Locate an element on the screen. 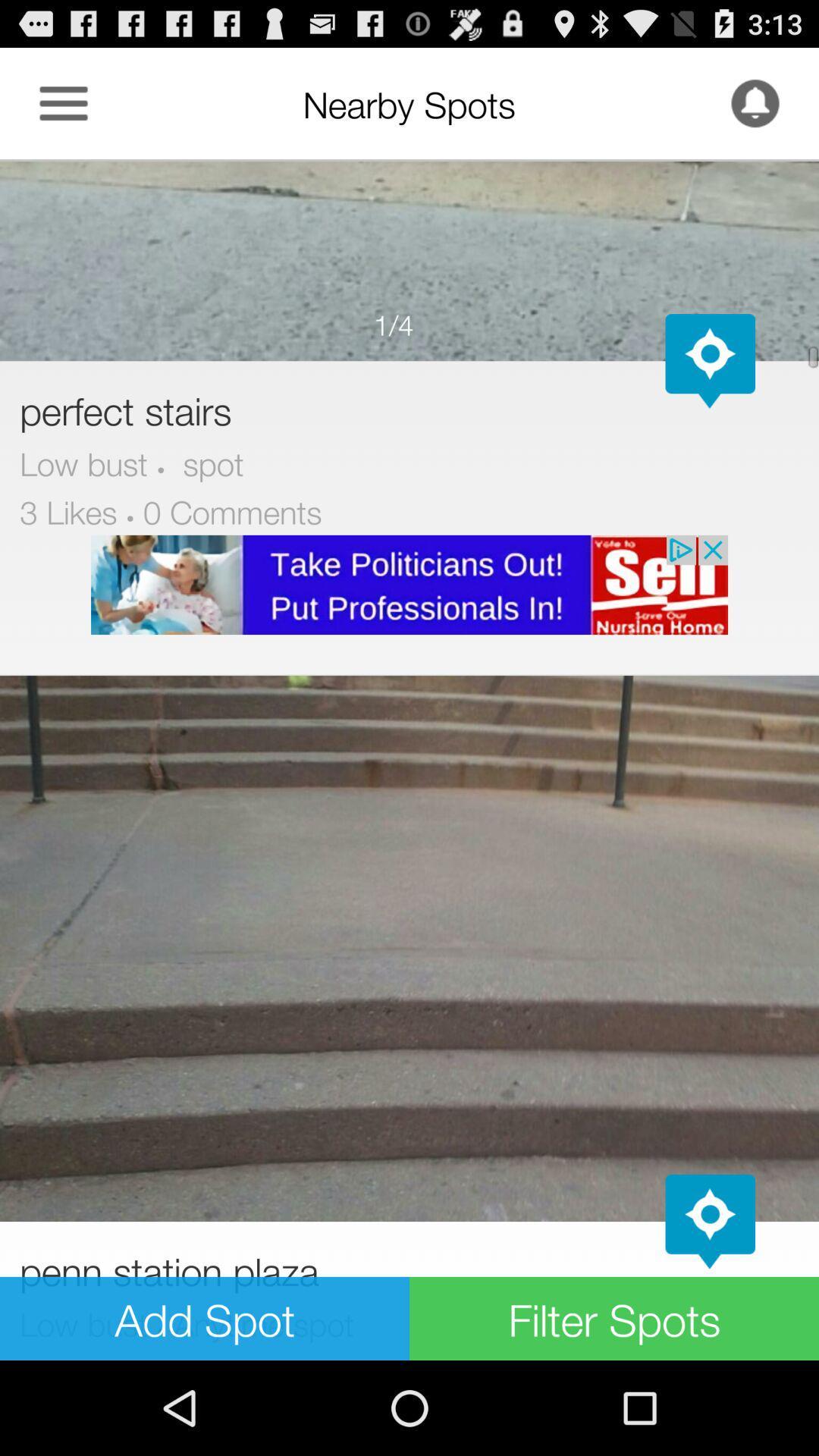 This screenshot has width=819, height=1456. box the image area is located at coordinates (409, 260).